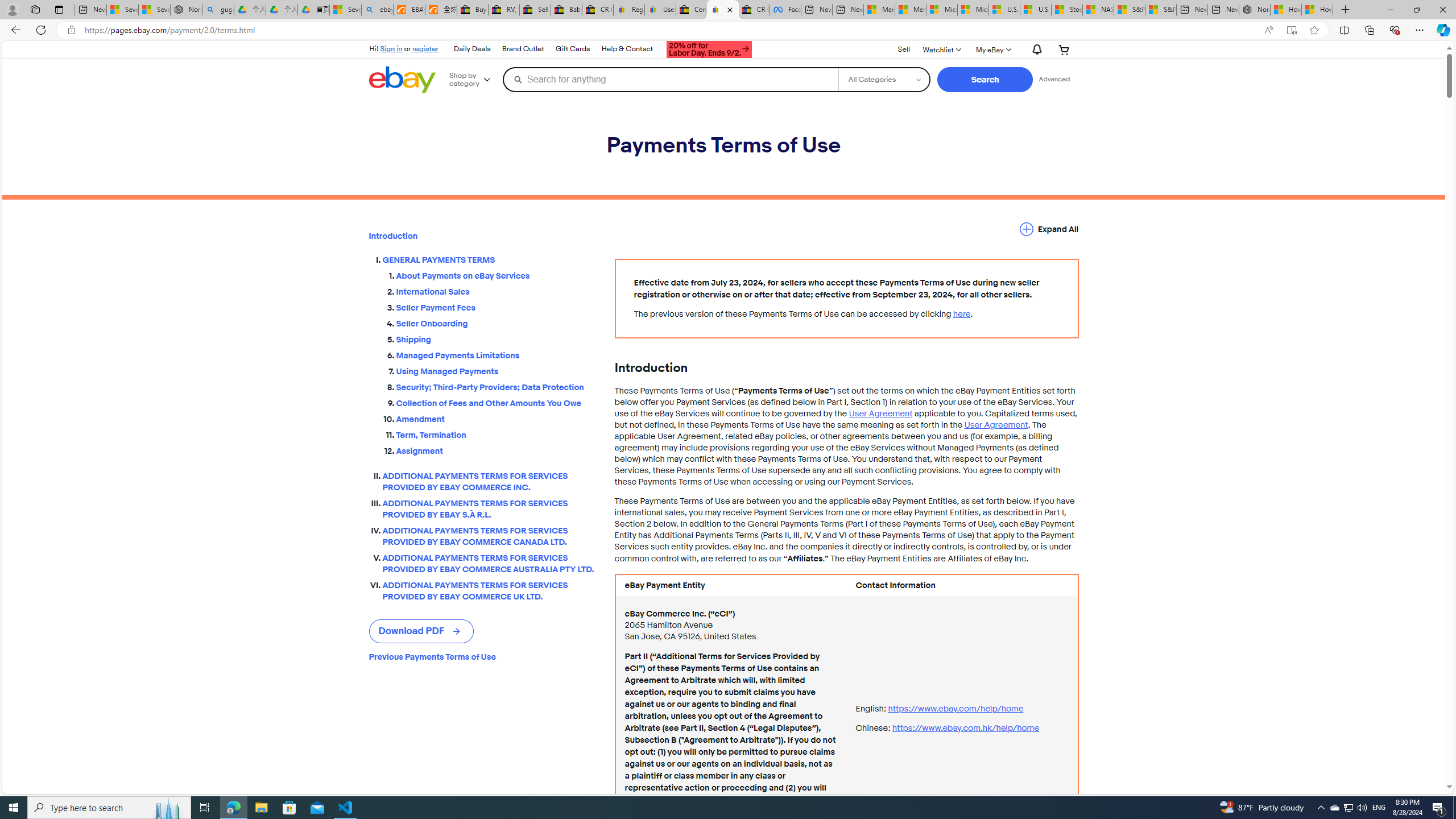 This screenshot has height=819, width=1456. Describe the element at coordinates (1064, 49) in the screenshot. I see `'Your shopping cart'` at that location.